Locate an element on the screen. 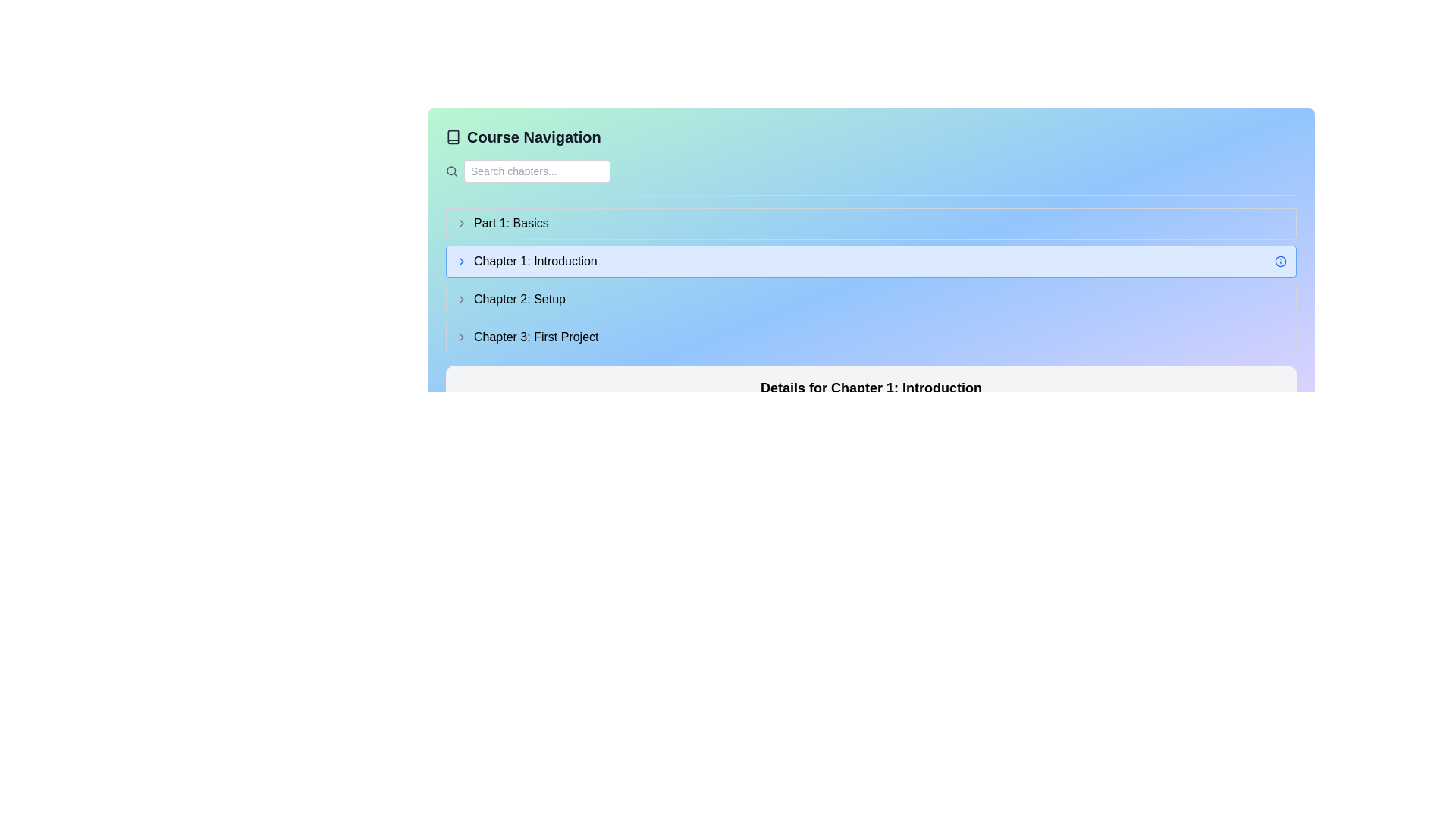 Image resolution: width=1456 pixels, height=819 pixels. the rightward-pointing chevron icon located to the left of the 'Chapter 1: Introduction' text is located at coordinates (461, 260).